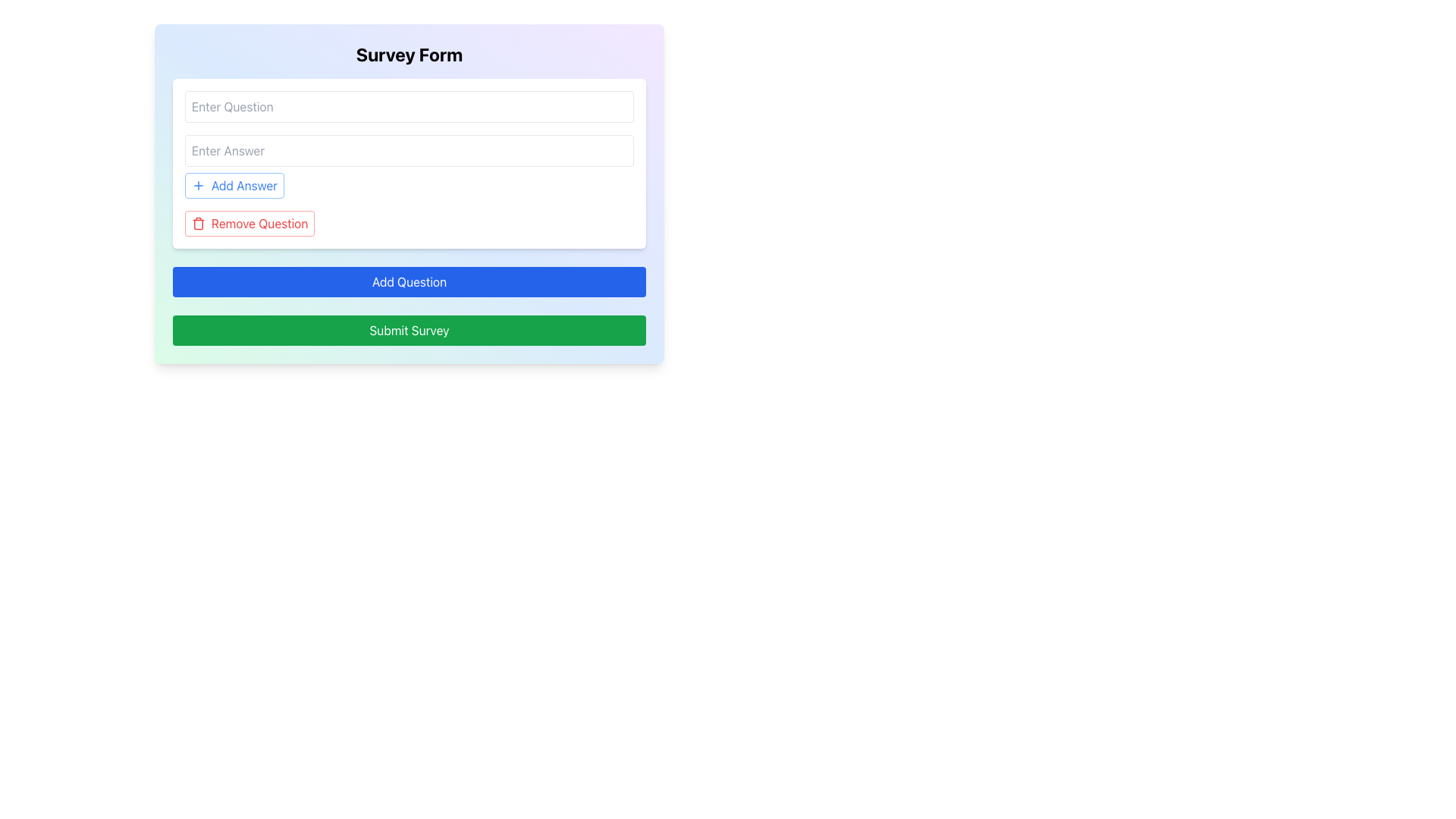  Describe the element at coordinates (234, 185) in the screenshot. I see `the button located below the 'Enter Answer' text input field and above the 'Remove Question' button` at that location.